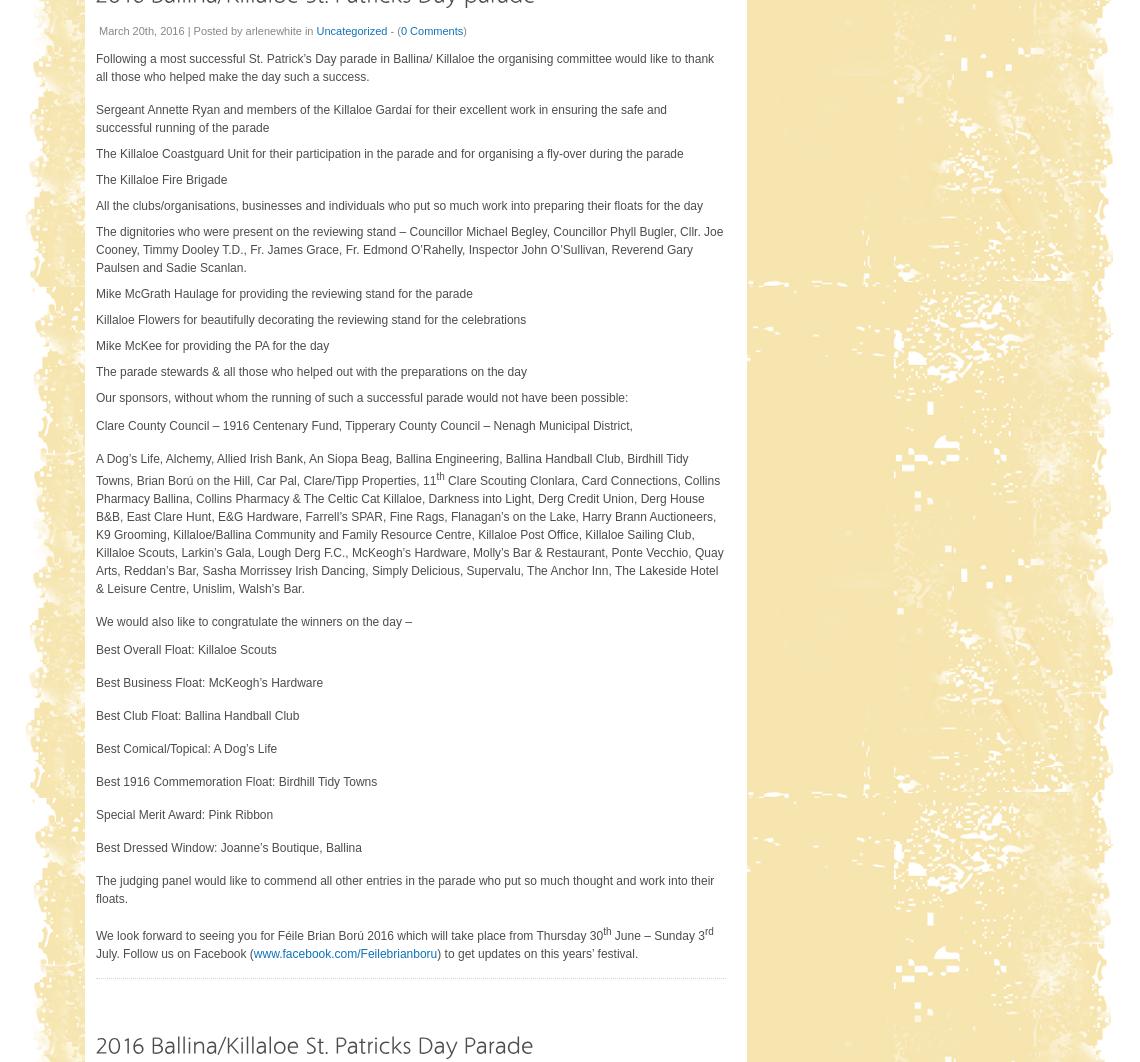 Image resolution: width=1140 pixels, height=1062 pixels. What do you see at coordinates (392, 29) in the screenshot?
I see `'- ('` at bounding box center [392, 29].